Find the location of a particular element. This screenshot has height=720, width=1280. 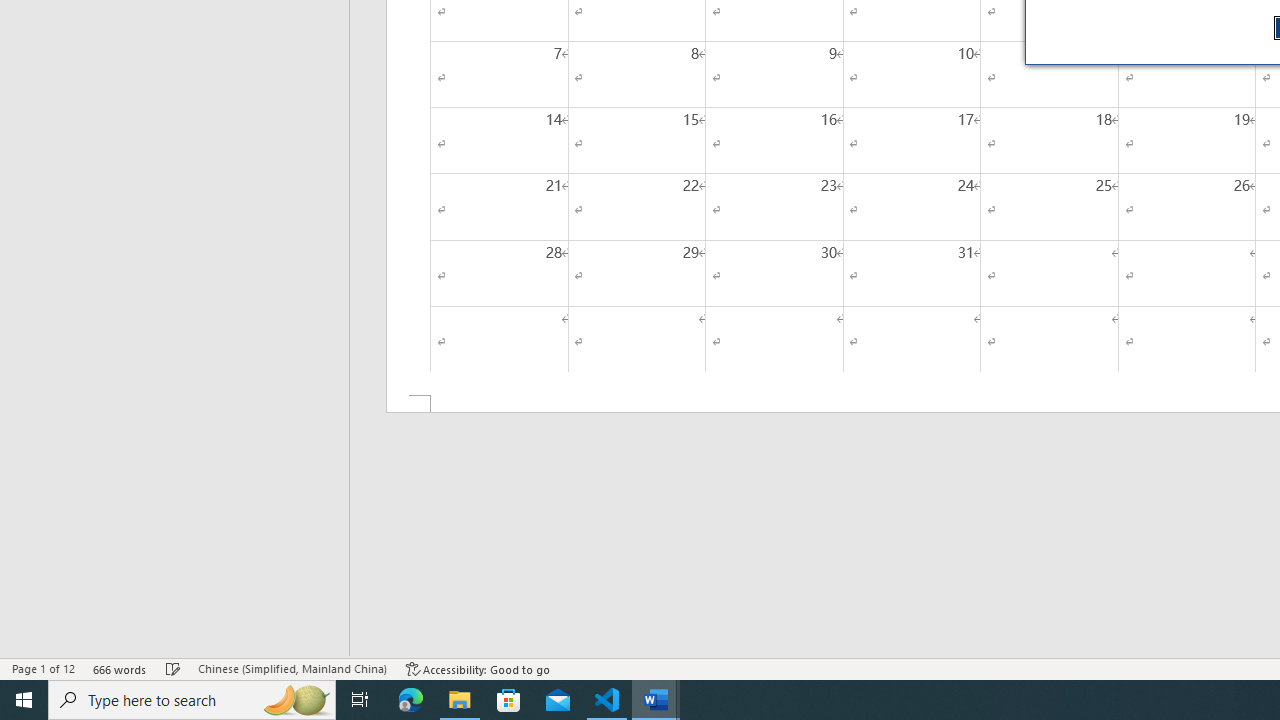

'Microsoft Edge' is located at coordinates (410, 698).